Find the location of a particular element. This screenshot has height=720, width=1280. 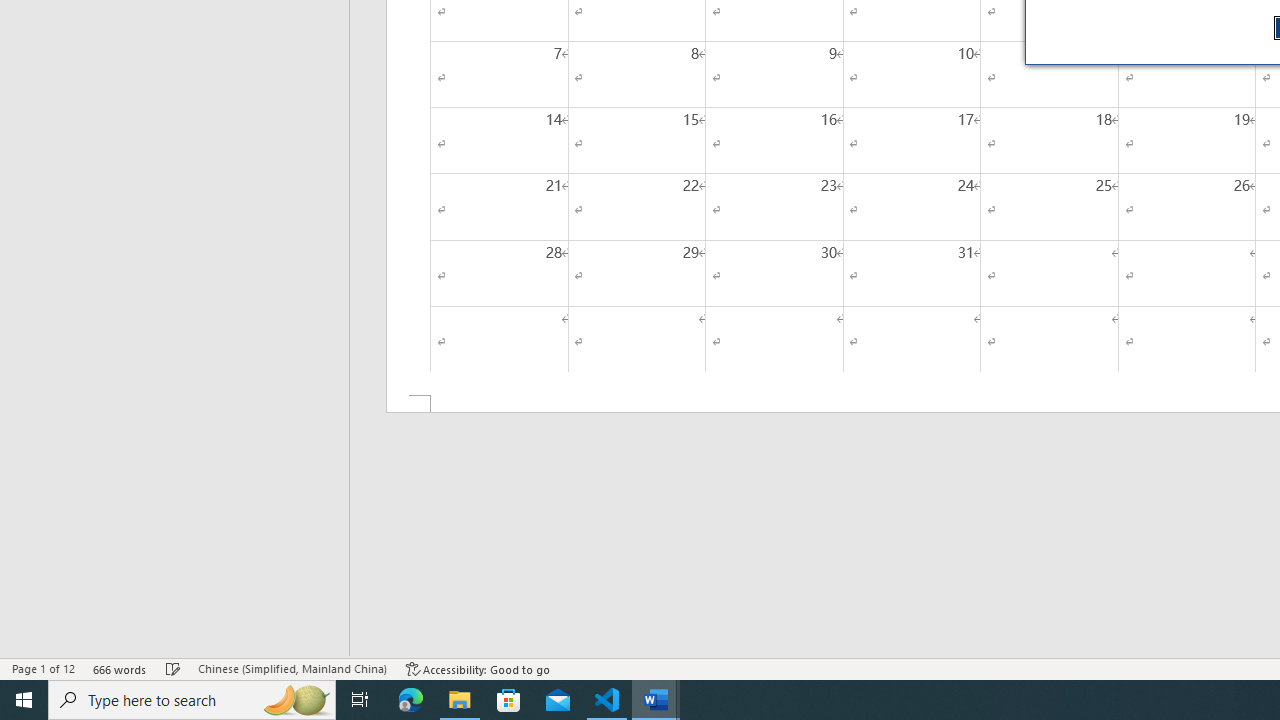

'Microsoft Edge' is located at coordinates (410, 698).